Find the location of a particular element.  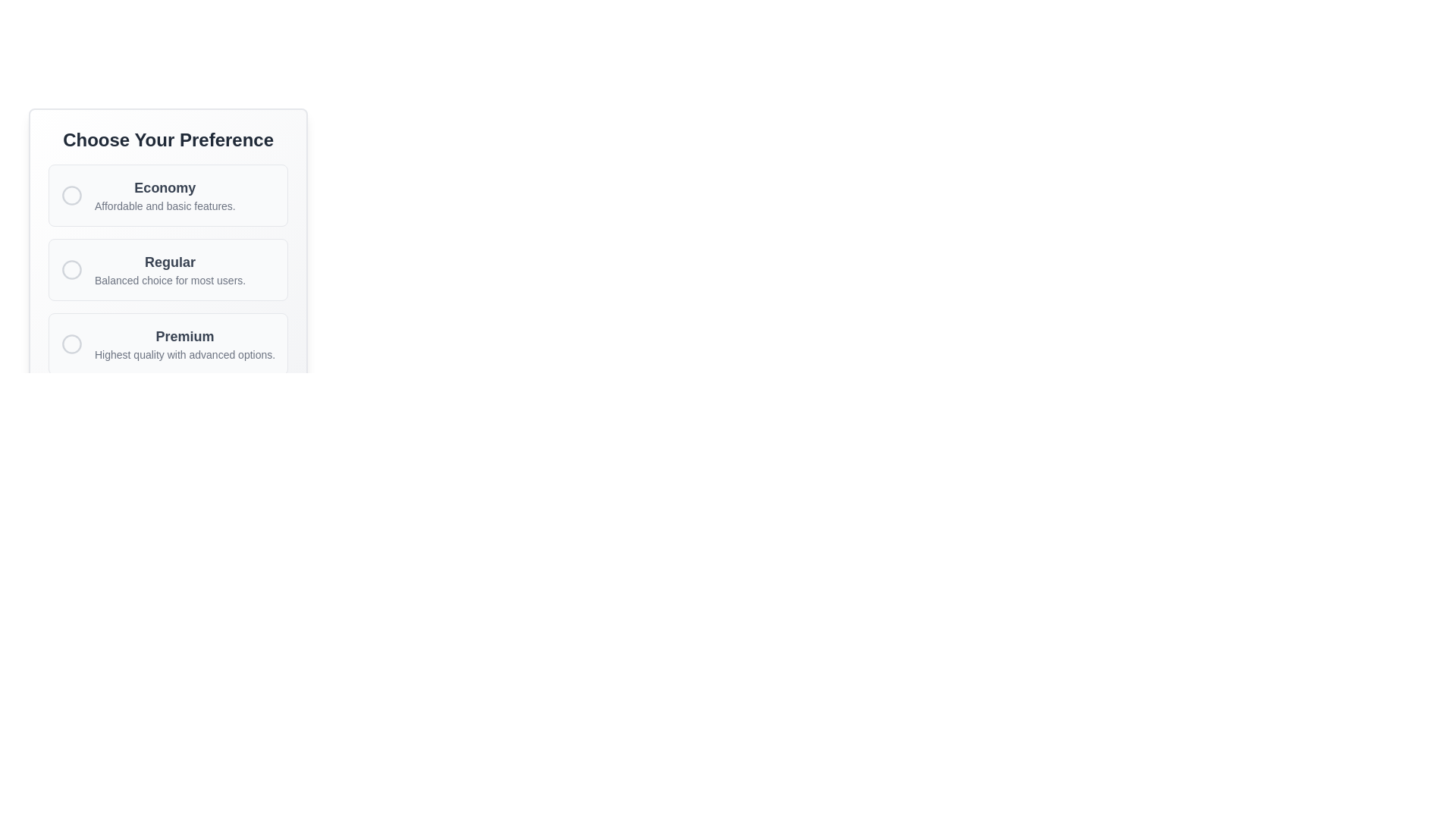

the informational Text Label that describes the features associated with the 'Economy' choice, located below the main title of 'Economy' is located at coordinates (165, 206).